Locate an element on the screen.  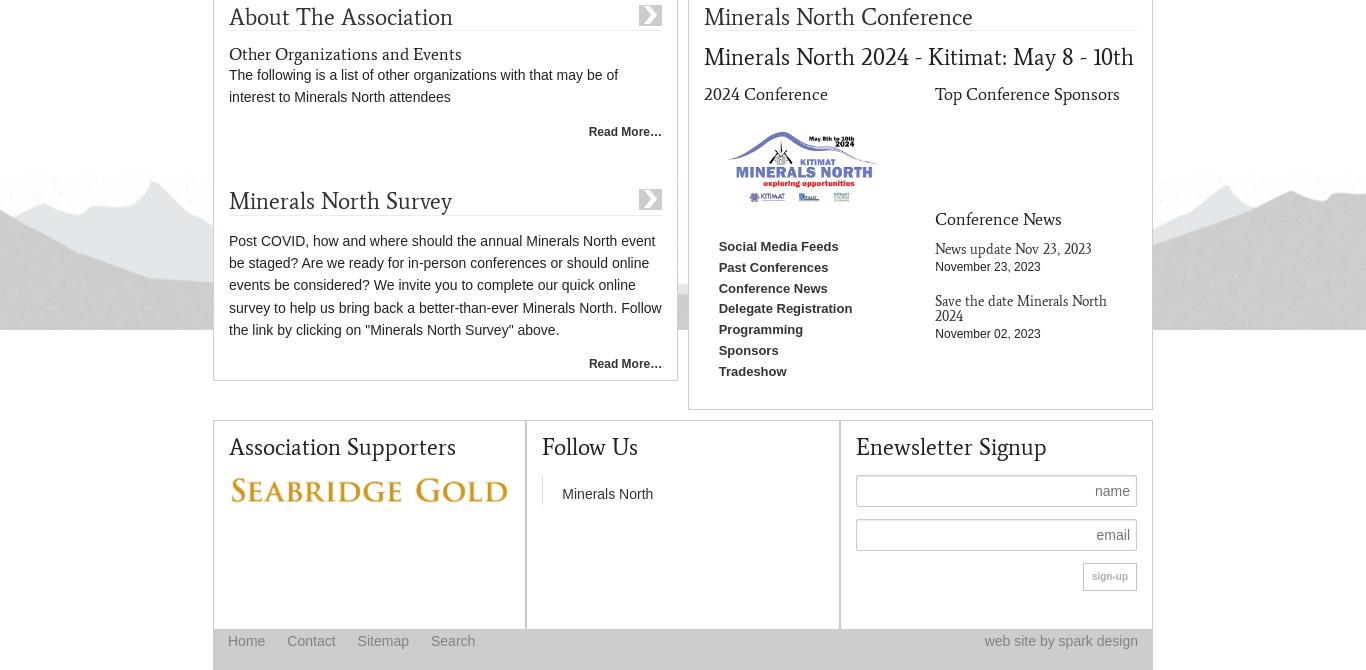
'Contact' is located at coordinates (286, 639).